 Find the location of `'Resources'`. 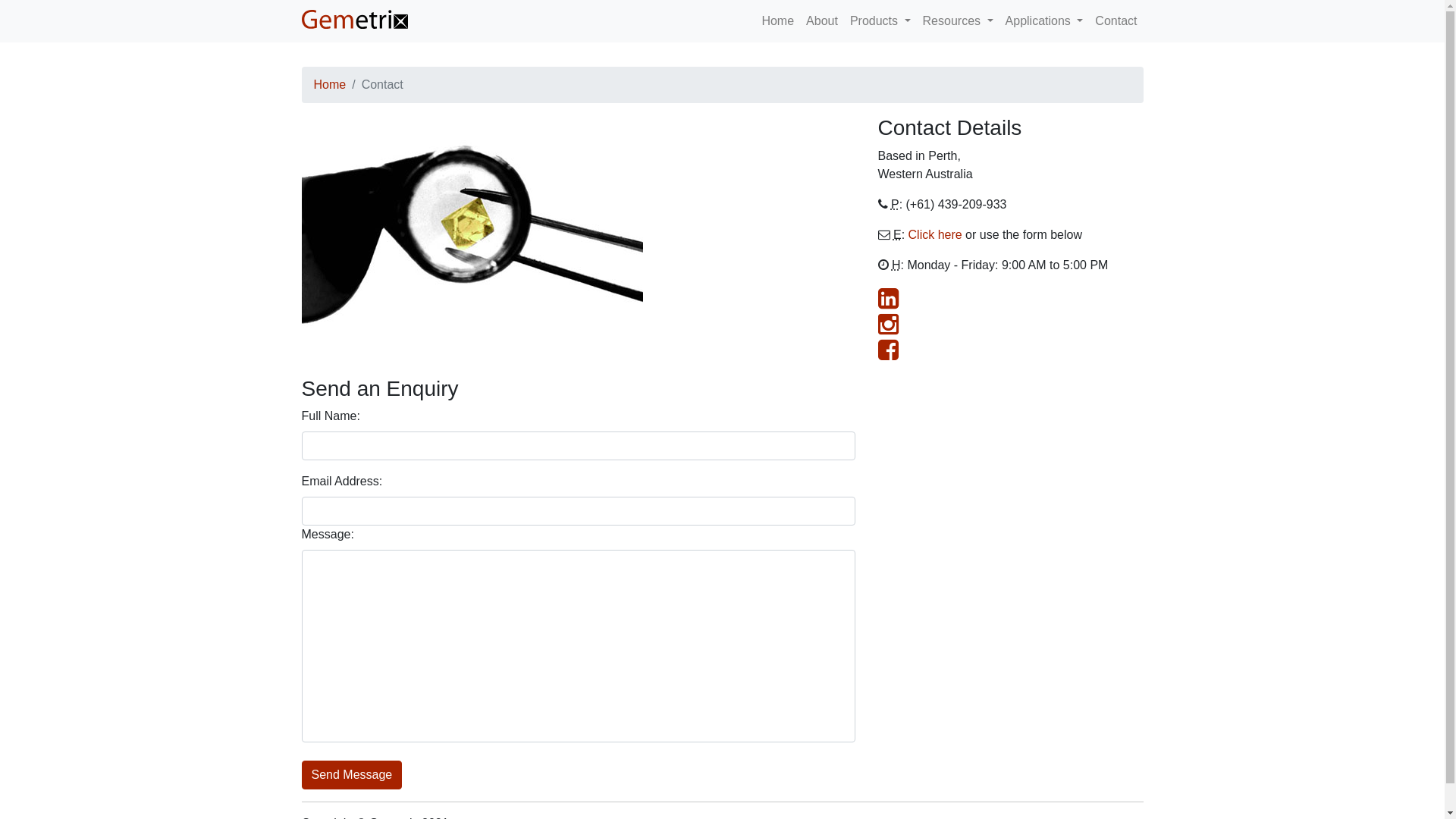

'Resources' is located at coordinates (916, 20).